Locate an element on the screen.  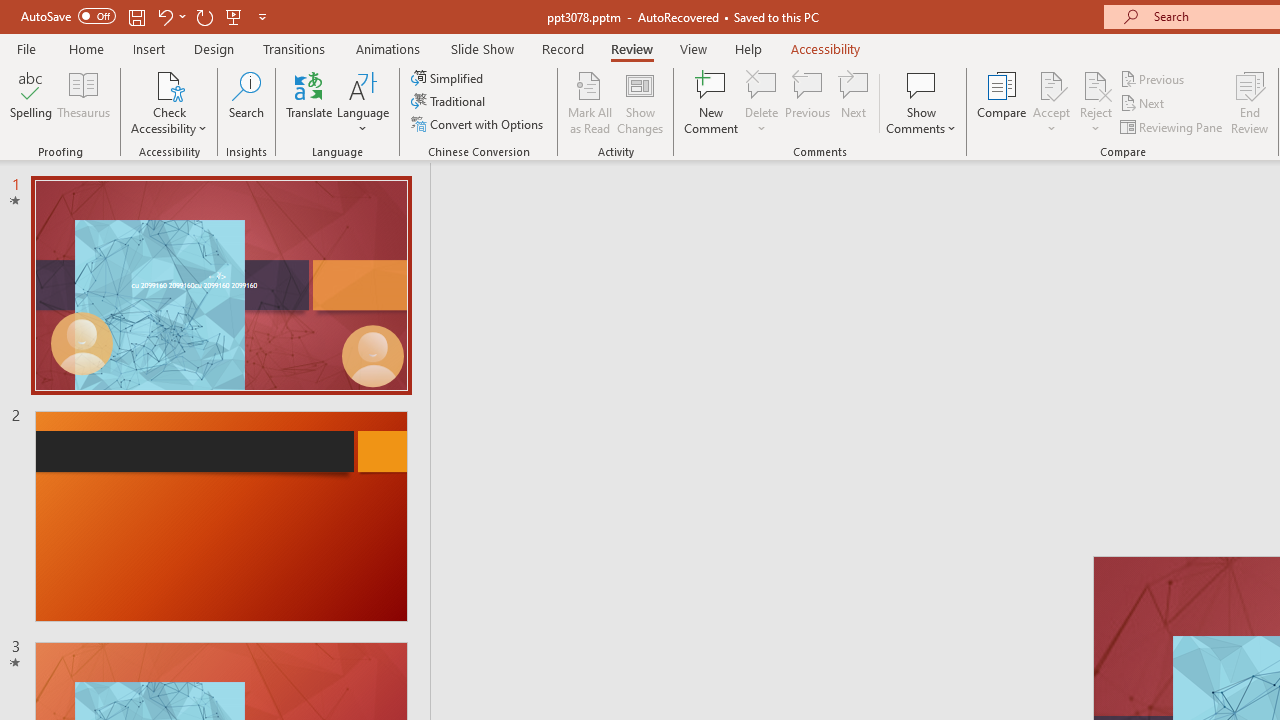
'New Comment' is located at coordinates (711, 103).